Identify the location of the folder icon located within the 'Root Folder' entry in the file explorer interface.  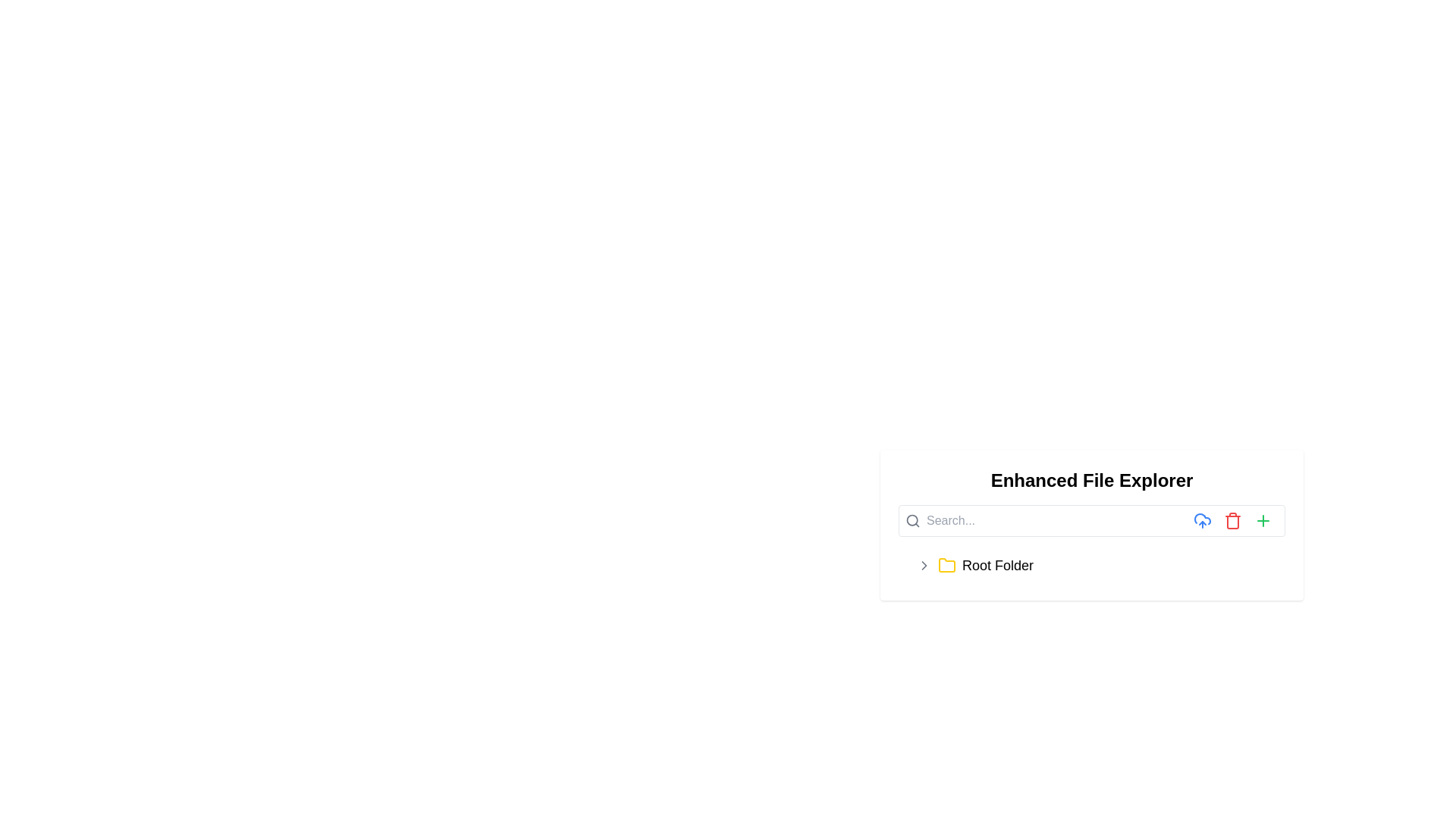
(946, 565).